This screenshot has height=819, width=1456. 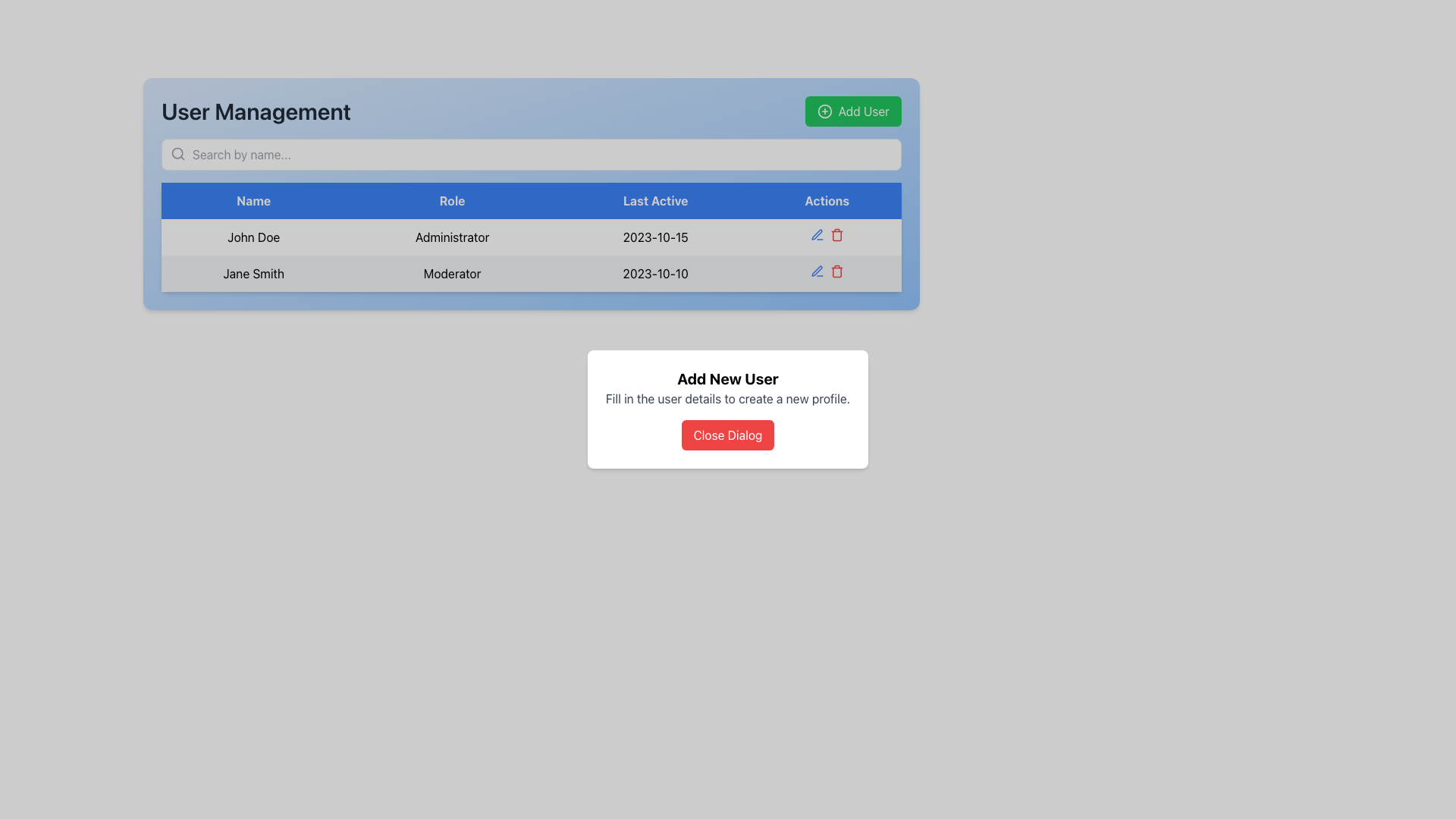 I want to click on the 'Add User' label, which is displayed in white on a green rectangular background and located at the top-right corner of the User Management panel, so click(x=864, y=110).